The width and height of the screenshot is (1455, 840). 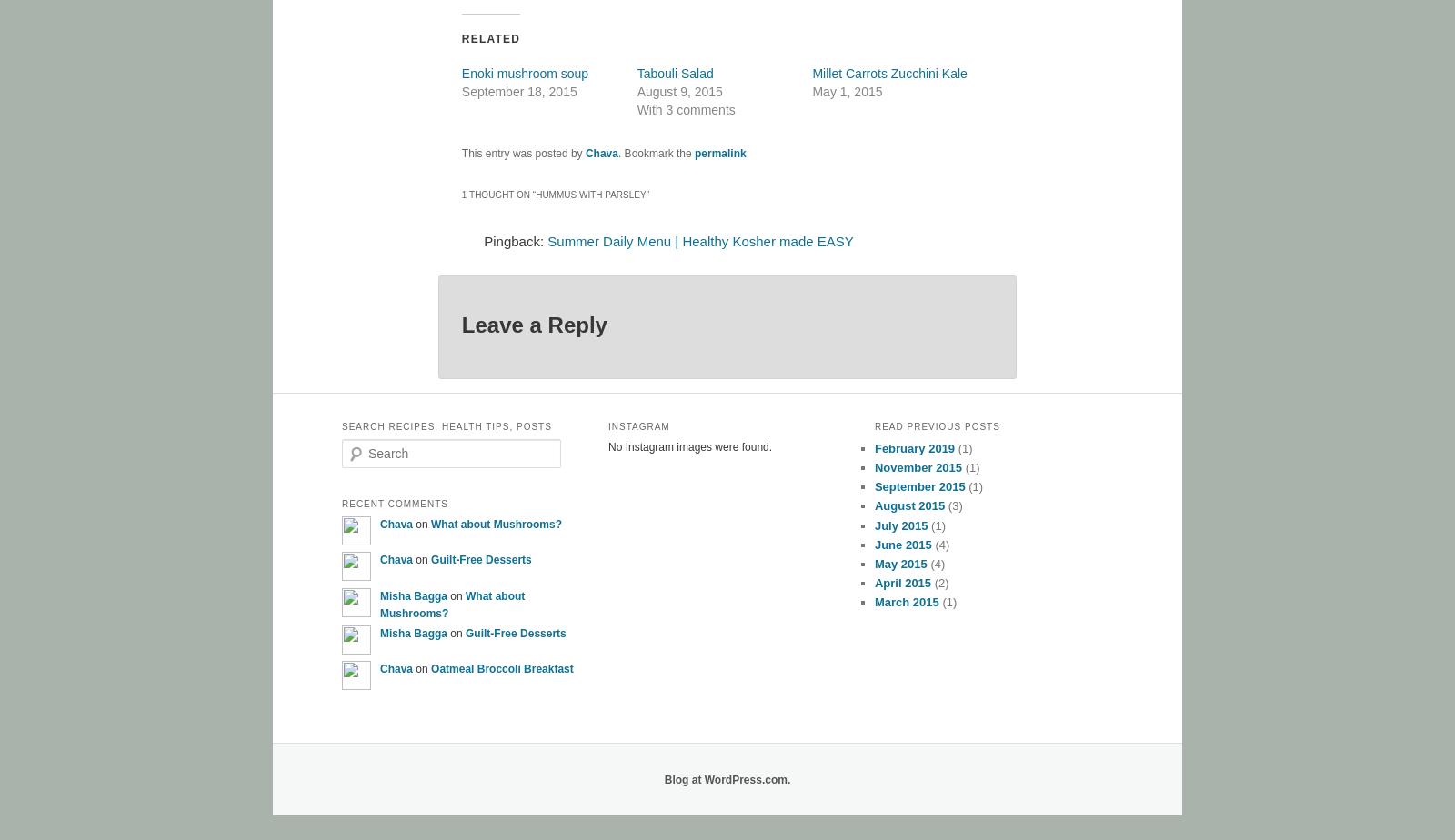 What do you see at coordinates (939, 582) in the screenshot?
I see `'(2)'` at bounding box center [939, 582].